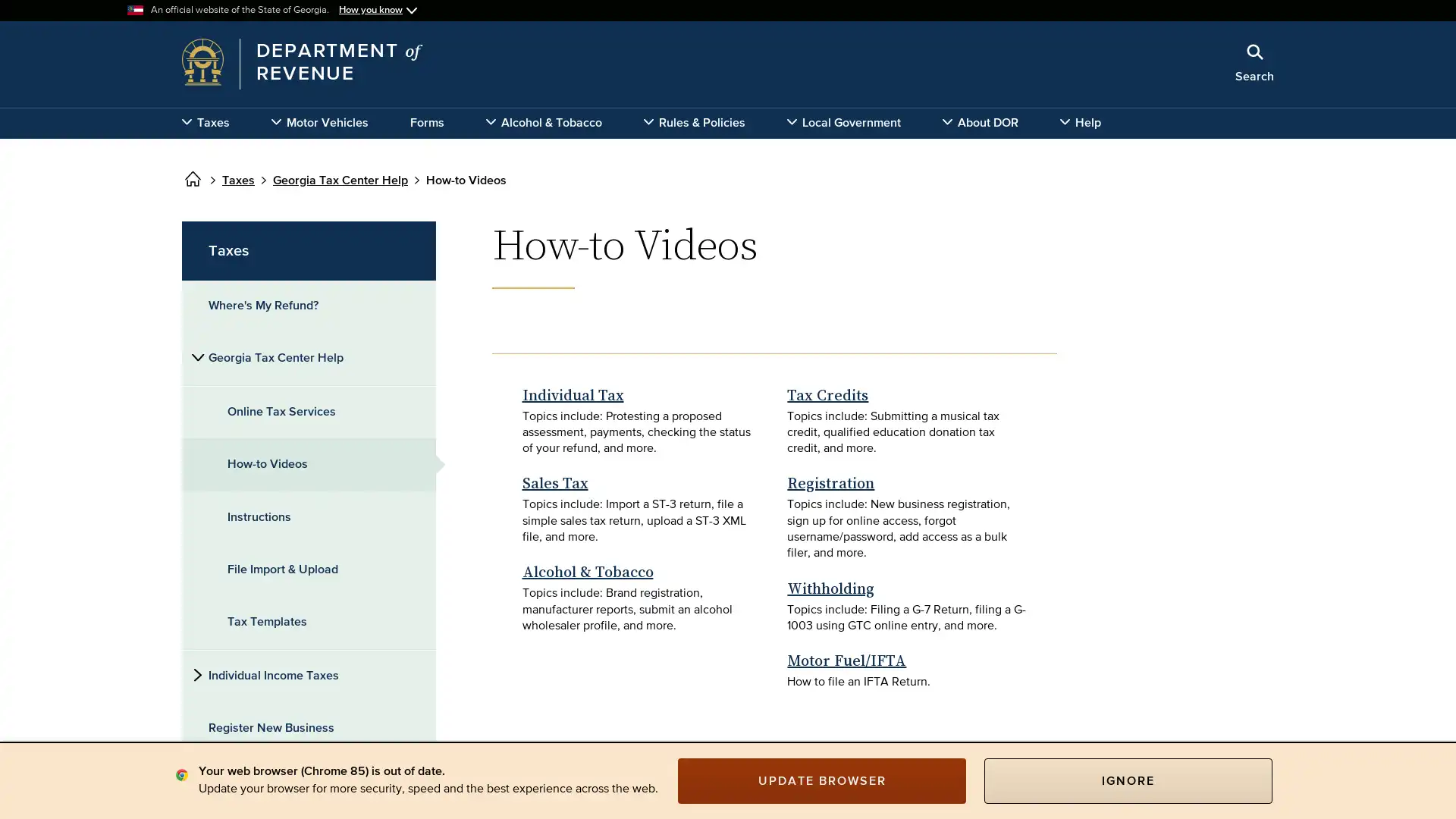 This screenshot has height=819, width=1456. I want to click on Search, so click(1254, 64).